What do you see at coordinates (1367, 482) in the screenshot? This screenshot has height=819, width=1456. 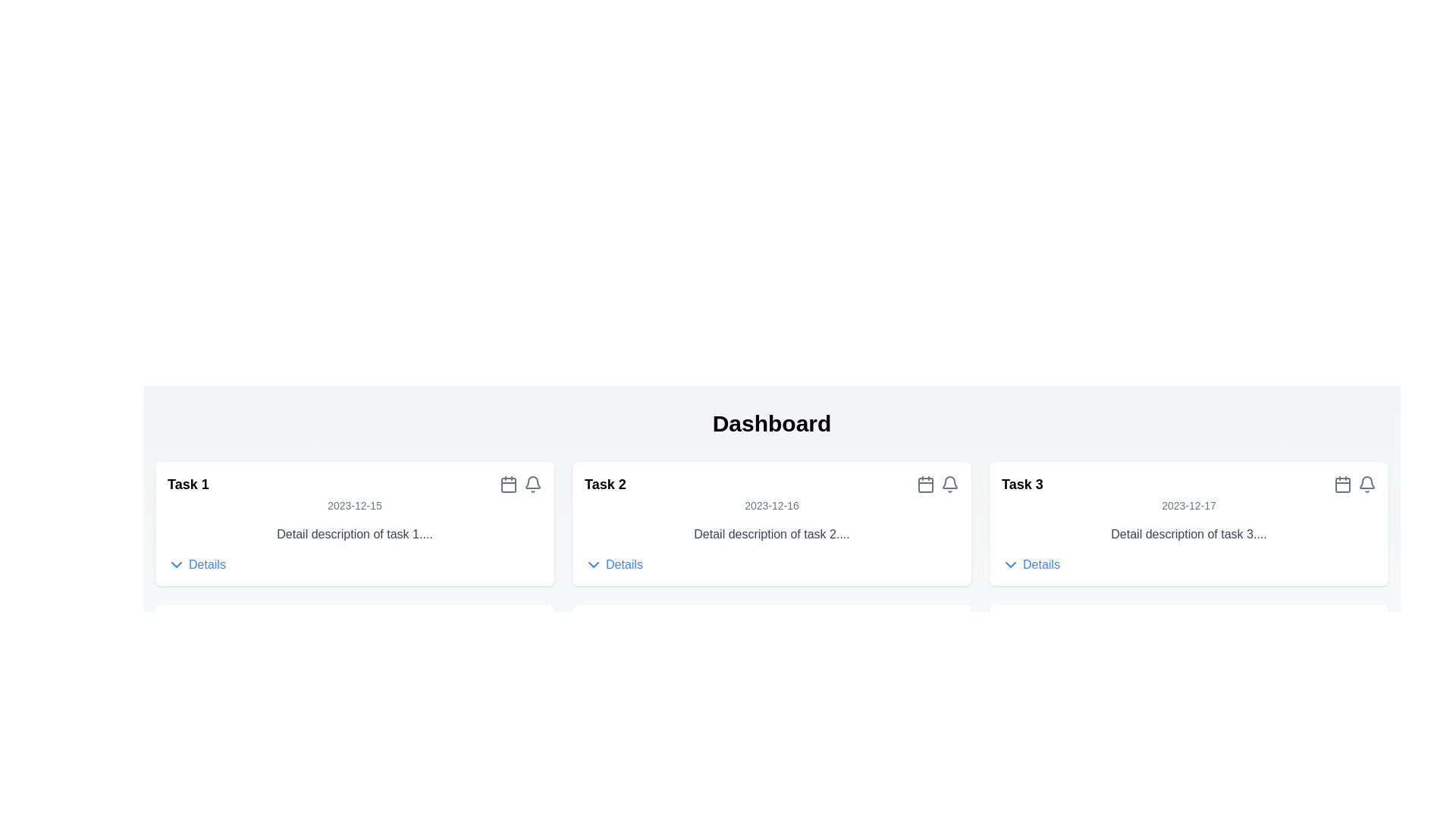 I see `the notification icon located in the top-right corner of the 'Task 3' card, next to the calendar icon` at bounding box center [1367, 482].